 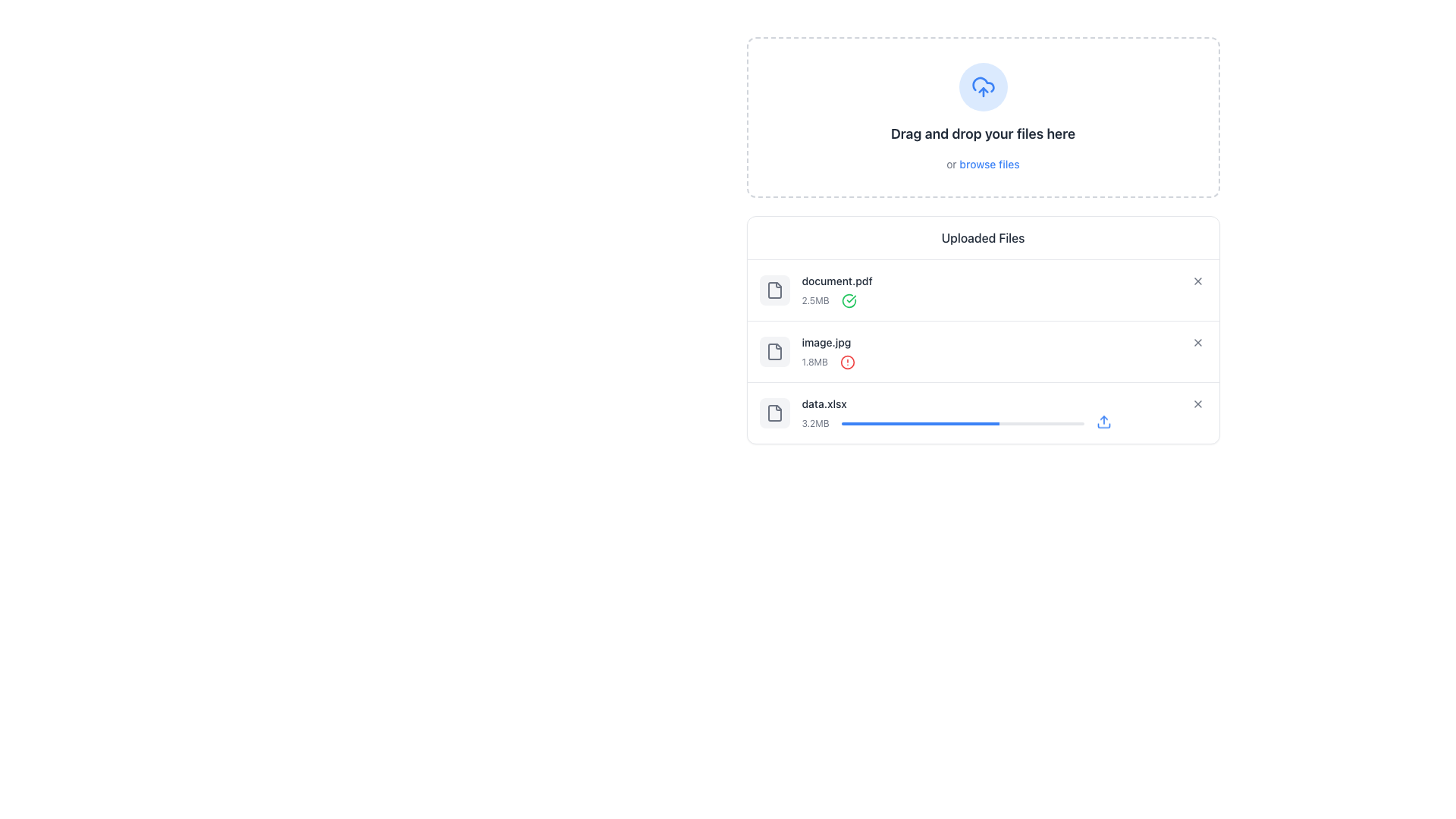 What do you see at coordinates (1103, 421) in the screenshot?
I see `the upload icon located to the far right of the row containing details about the file named 'data.xlsx', next to the progress bar` at bounding box center [1103, 421].